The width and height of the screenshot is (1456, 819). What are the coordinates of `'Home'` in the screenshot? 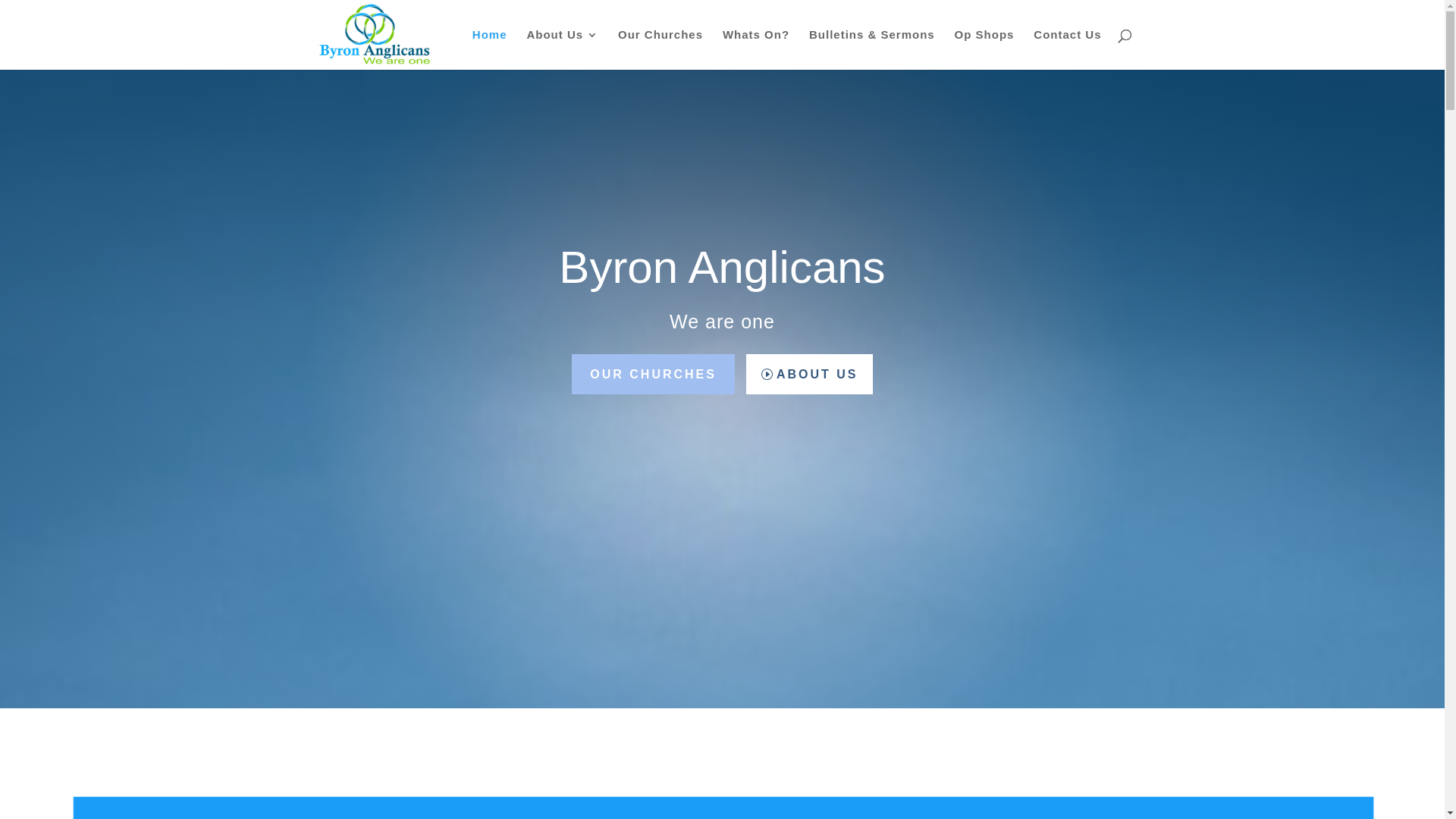 It's located at (490, 49).